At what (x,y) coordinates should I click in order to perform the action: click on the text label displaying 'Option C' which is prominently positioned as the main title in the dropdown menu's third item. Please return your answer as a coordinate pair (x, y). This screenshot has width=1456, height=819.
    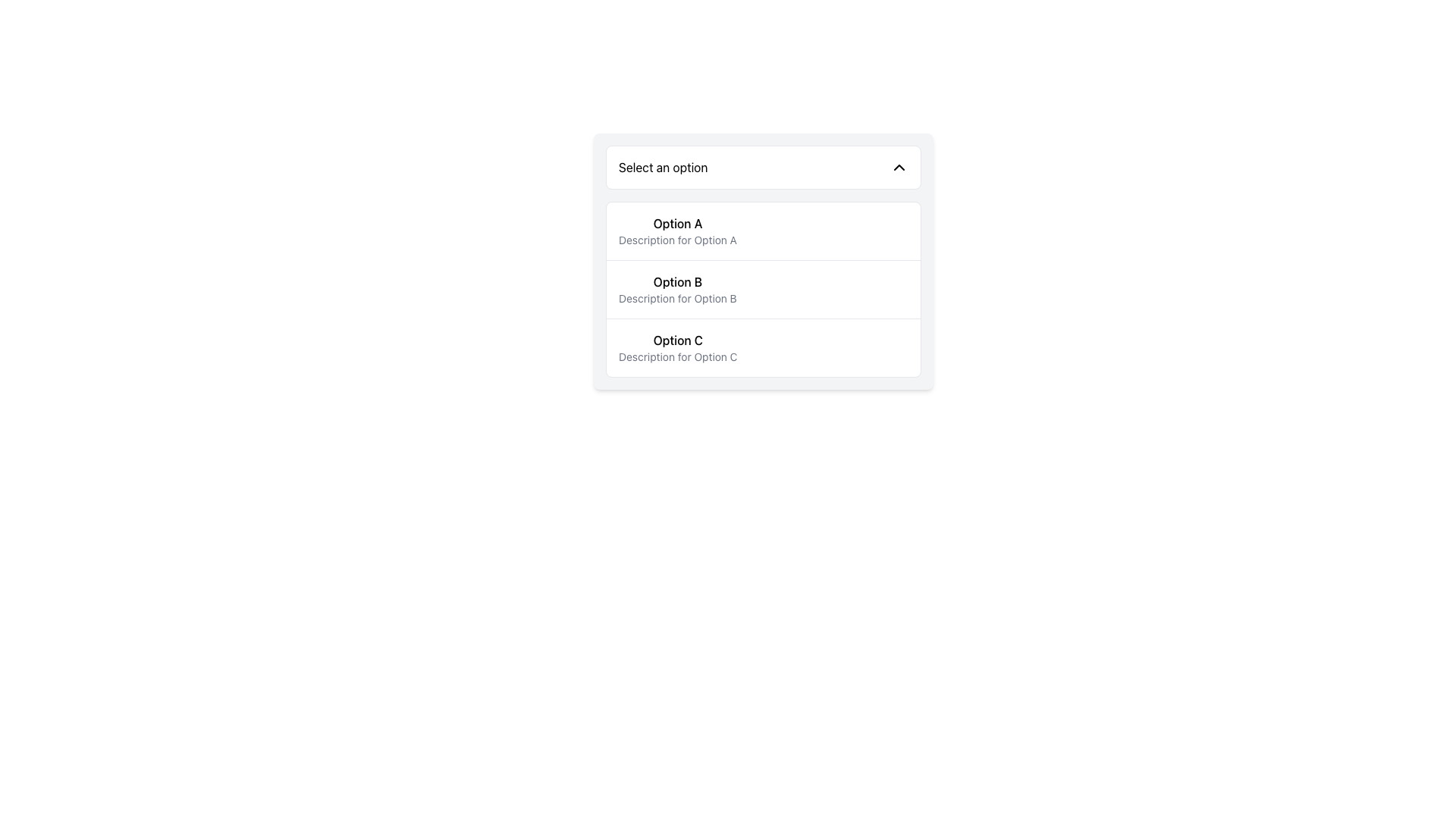
    Looking at the image, I should click on (677, 339).